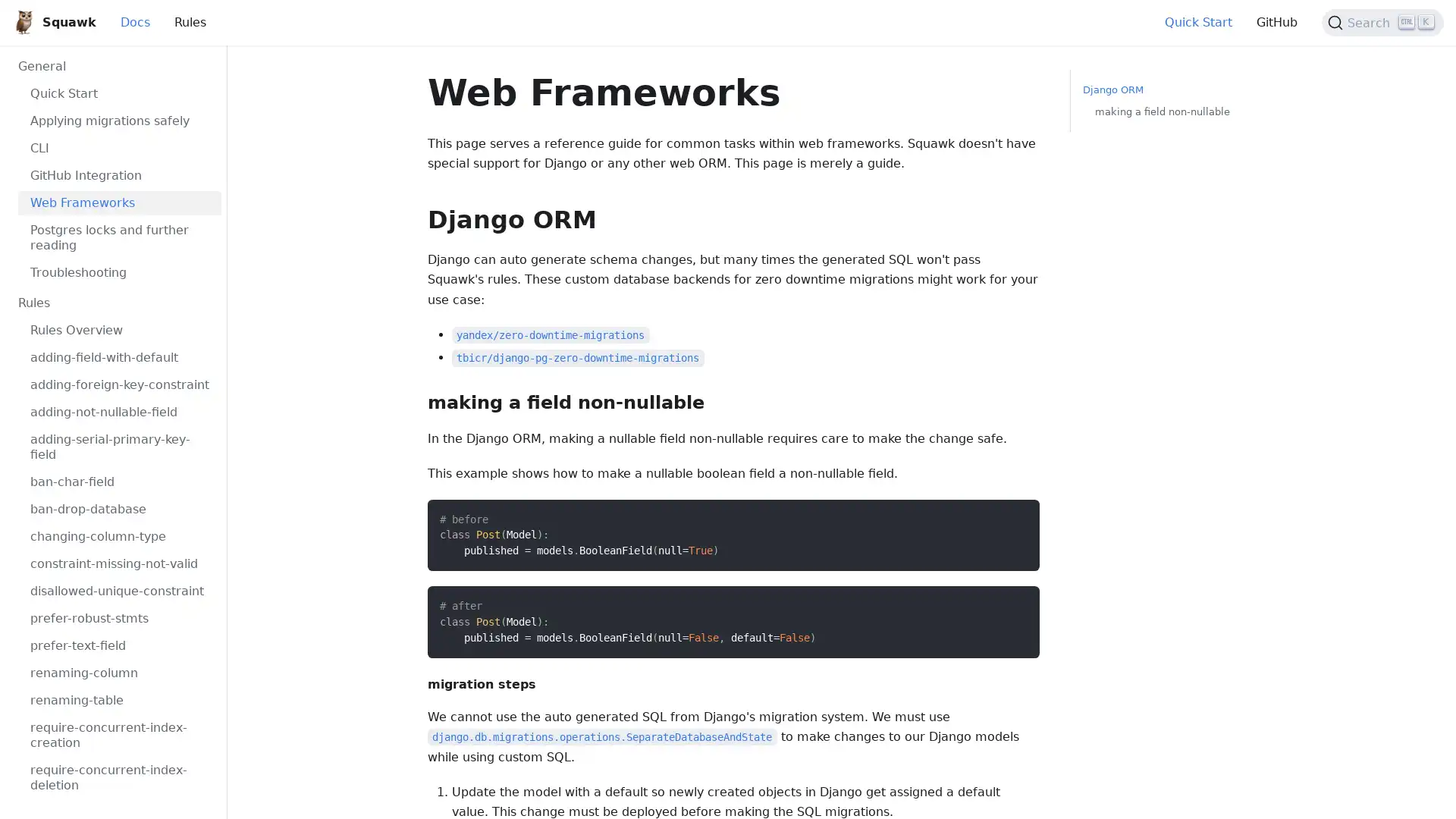 This screenshot has width=1456, height=819. Describe the element at coordinates (1015, 601) in the screenshot. I see `Copy code to clipboard` at that location.